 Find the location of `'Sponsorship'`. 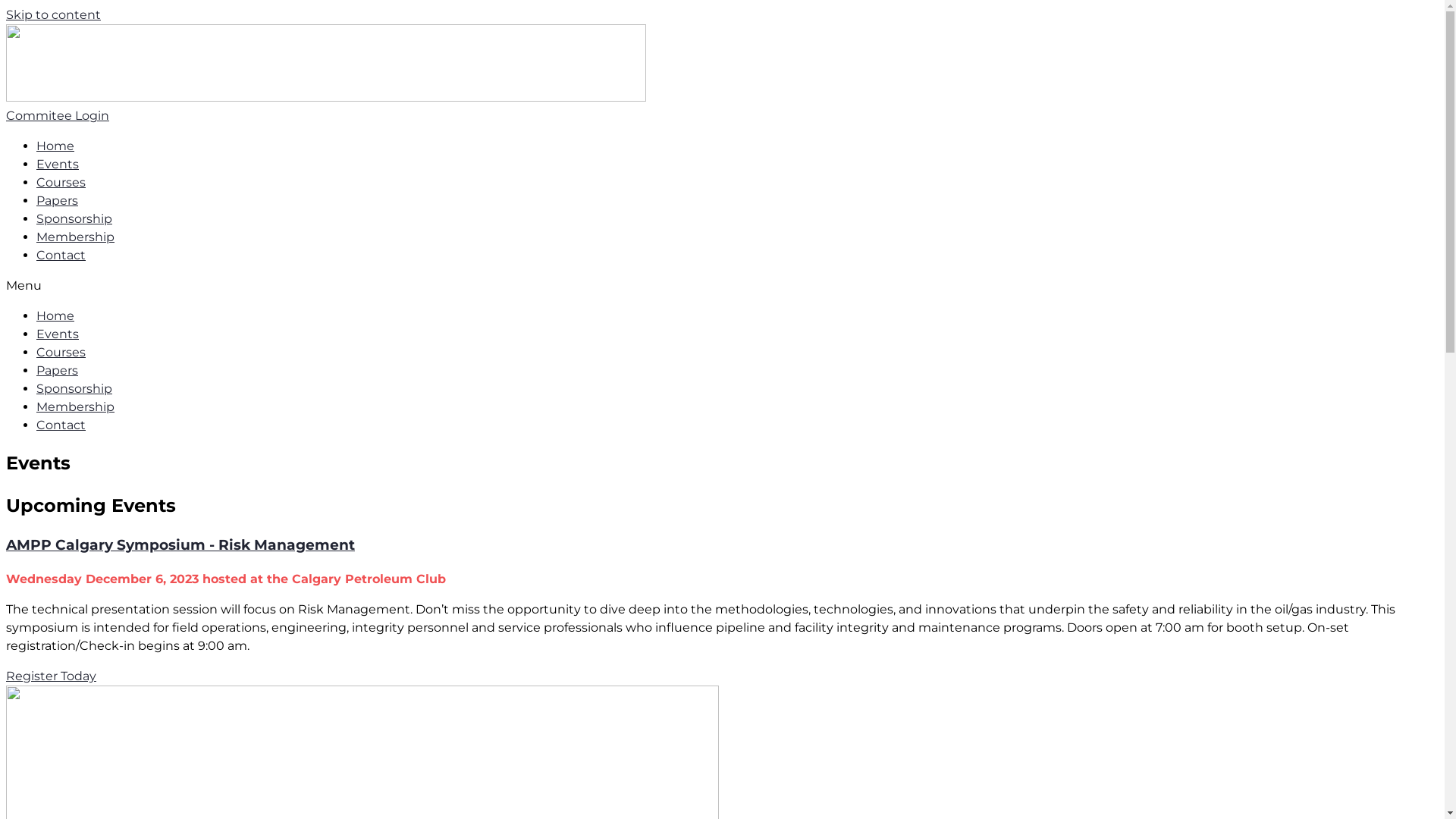

'Sponsorship' is located at coordinates (73, 218).